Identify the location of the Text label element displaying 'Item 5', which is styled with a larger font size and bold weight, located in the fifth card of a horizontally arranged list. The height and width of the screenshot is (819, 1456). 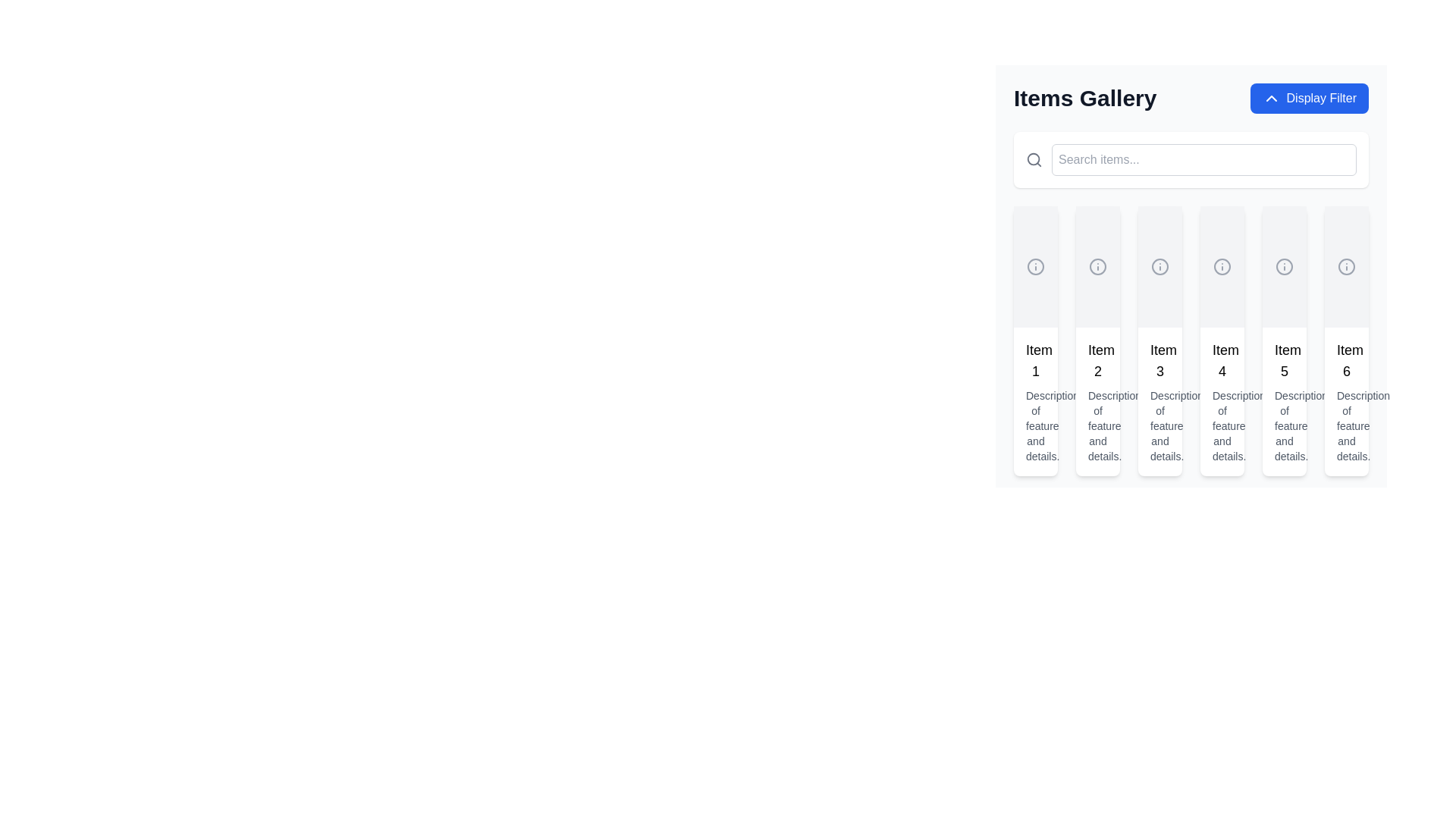
(1284, 360).